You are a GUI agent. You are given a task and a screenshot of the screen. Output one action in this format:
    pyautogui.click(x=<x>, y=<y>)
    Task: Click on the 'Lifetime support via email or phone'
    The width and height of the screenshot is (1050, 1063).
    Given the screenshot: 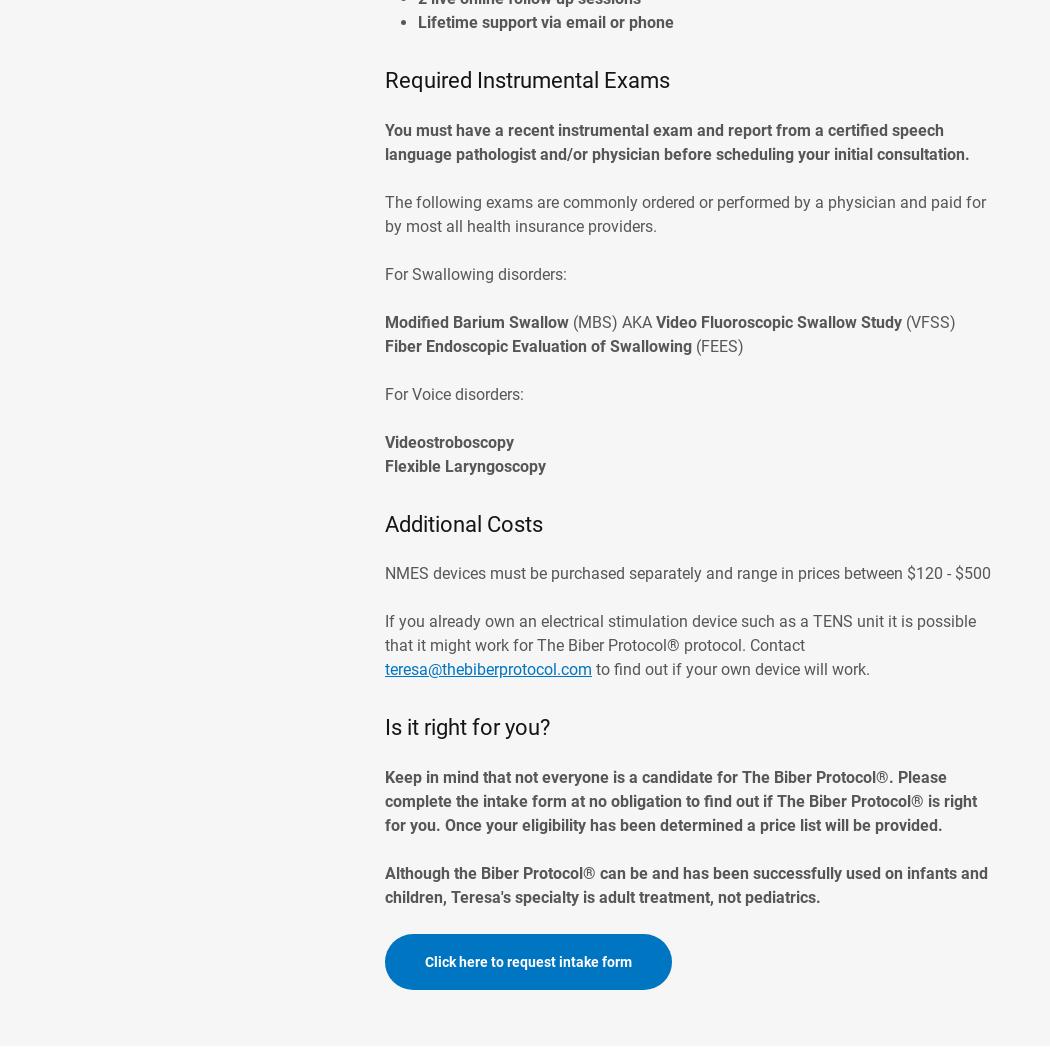 What is the action you would take?
    pyautogui.click(x=547, y=22)
    